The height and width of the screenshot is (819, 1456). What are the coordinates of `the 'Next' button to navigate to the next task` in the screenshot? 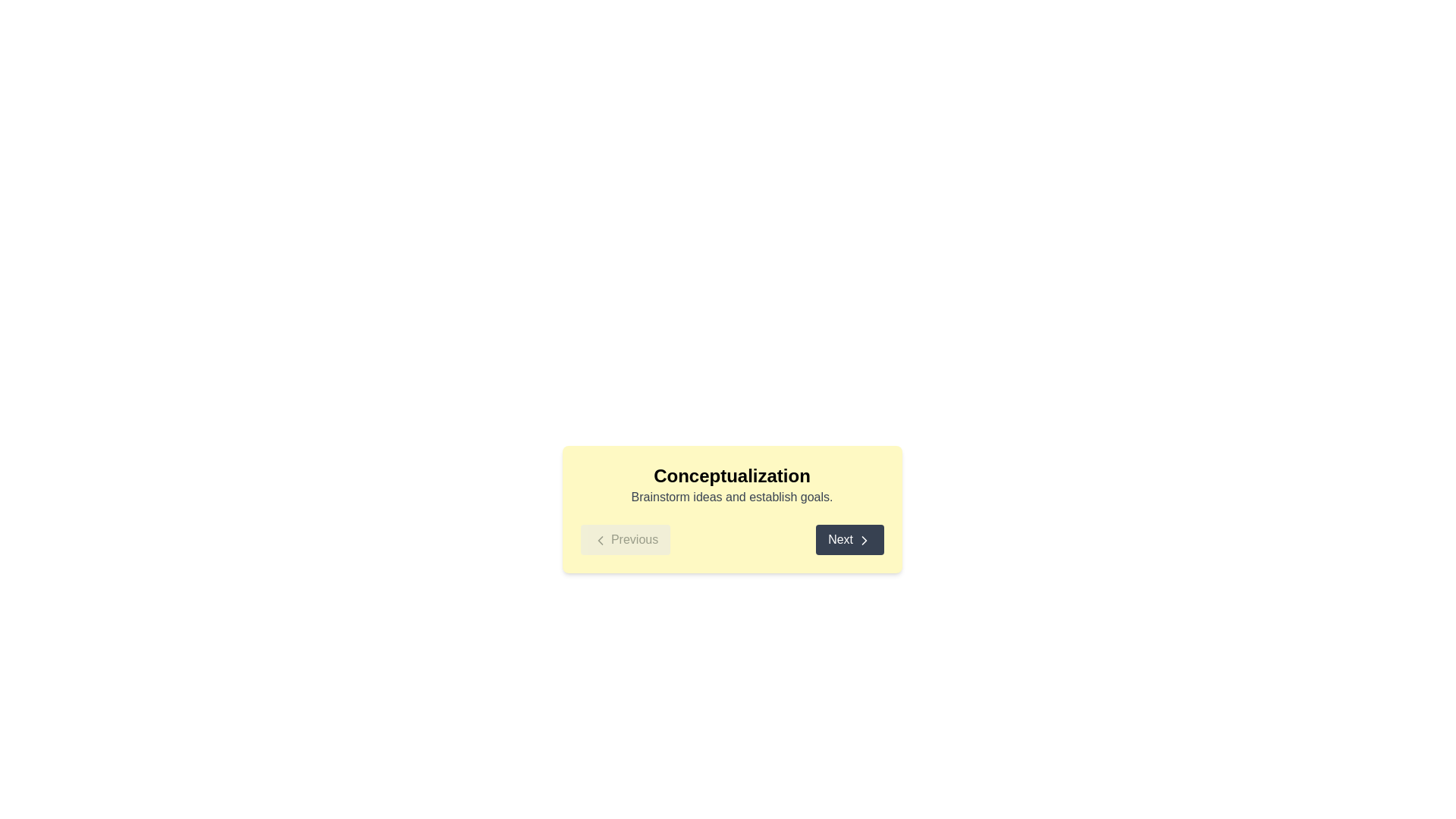 It's located at (848, 539).